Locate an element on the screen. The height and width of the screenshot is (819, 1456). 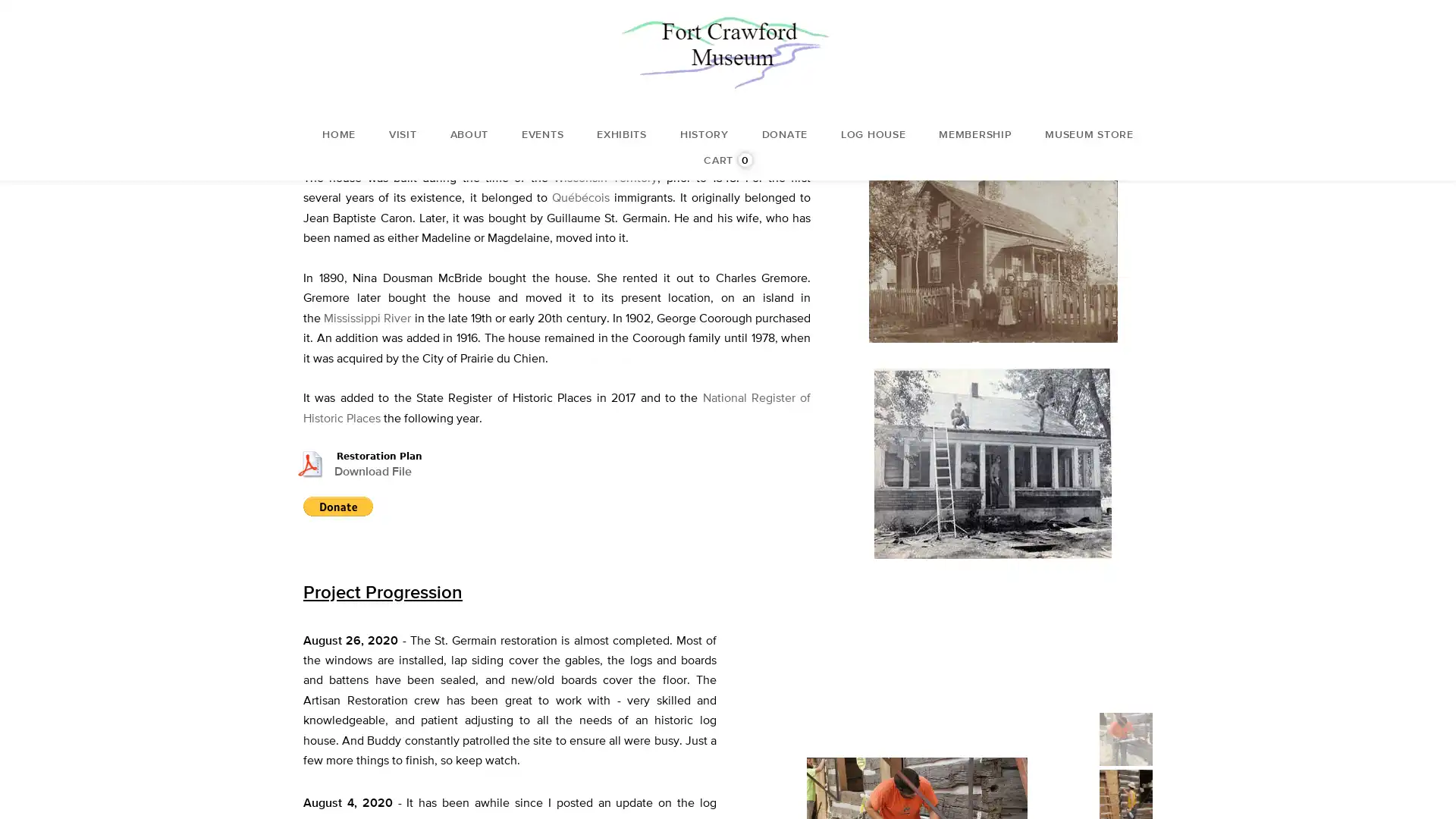
Donate with PayPal button is located at coordinates (337, 724).